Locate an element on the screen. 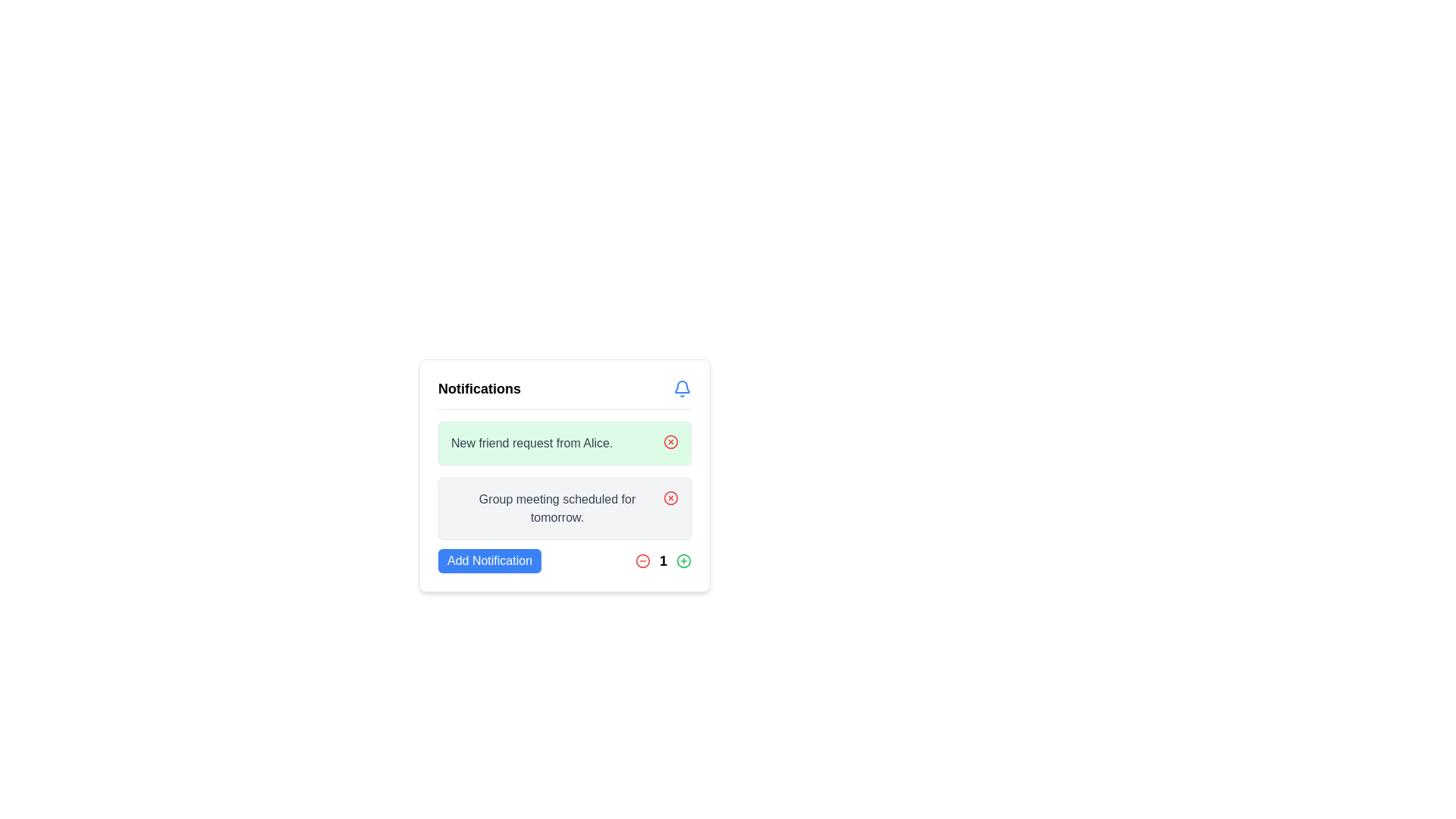 The width and height of the screenshot is (1456, 819). the red circular icon inside the minus symbol, which indicates an alert status is located at coordinates (643, 561).